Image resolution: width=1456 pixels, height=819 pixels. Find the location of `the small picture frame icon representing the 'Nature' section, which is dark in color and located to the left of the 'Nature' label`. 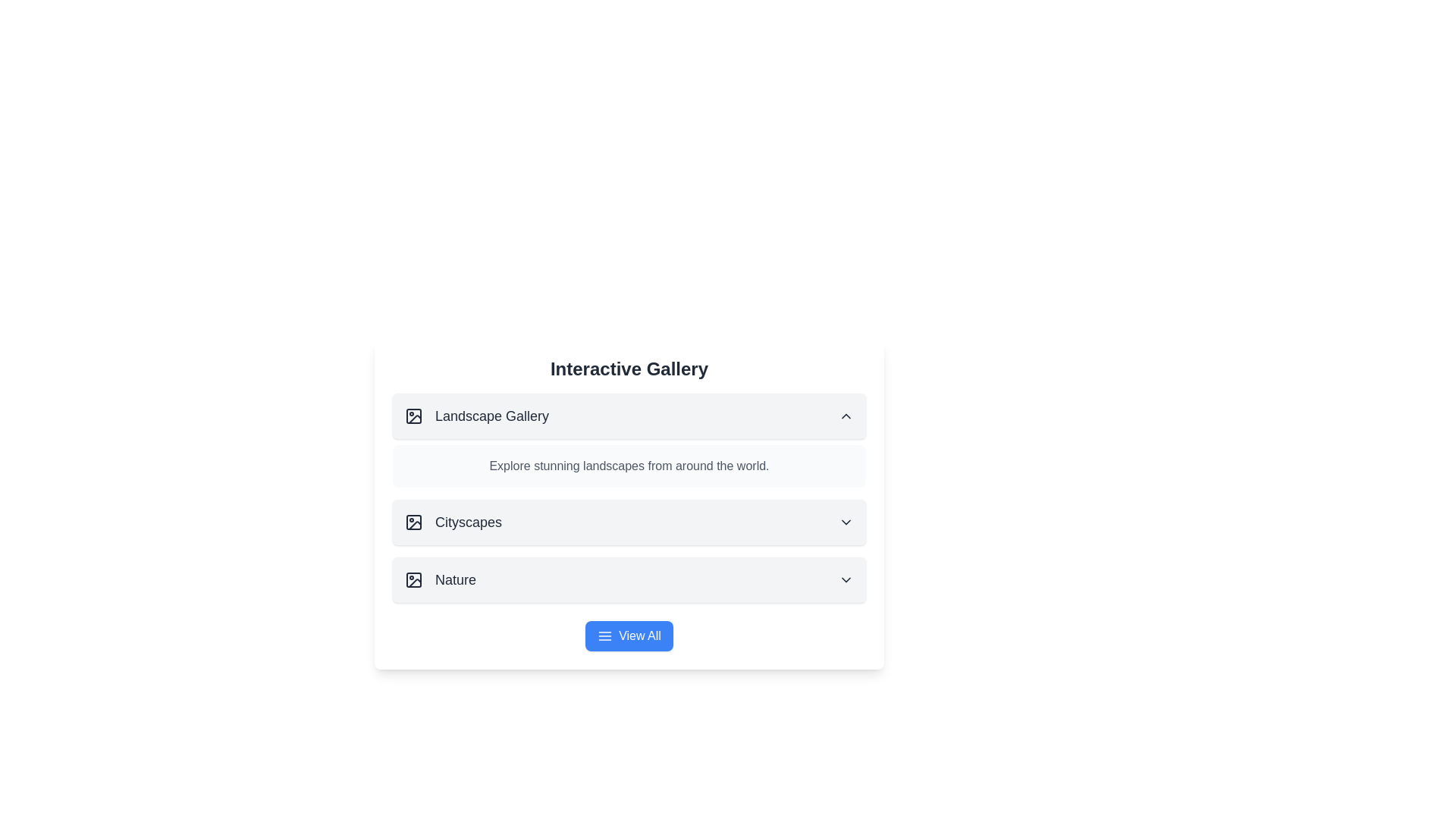

the small picture frame icon representing the 'Nature' section, which is dark in color and located to the left of the 'Nature' label is located at coordinates (414, 579).